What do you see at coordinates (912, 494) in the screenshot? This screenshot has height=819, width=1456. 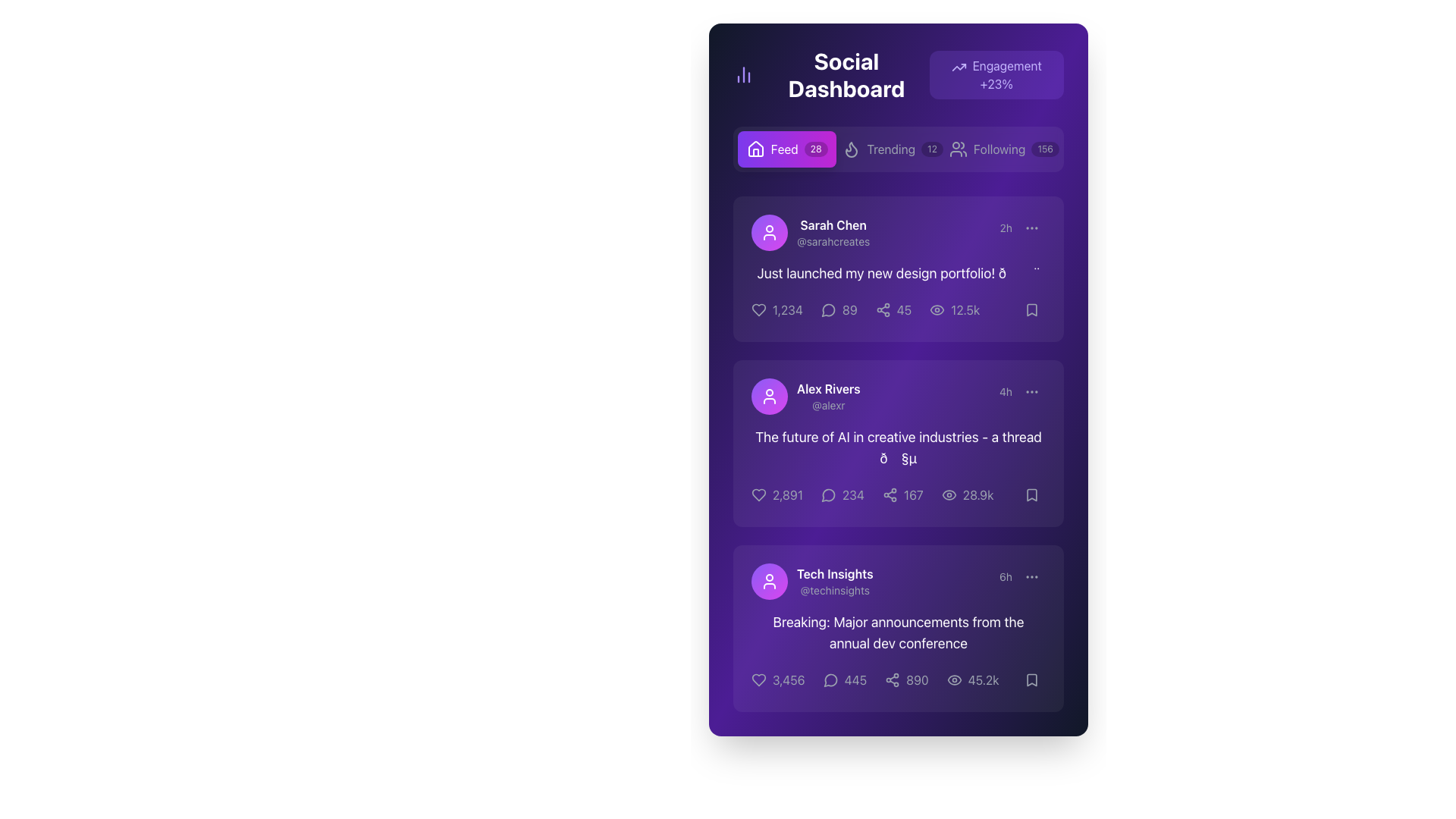 I see `the text label displaying '167', which represents the number of shares or interactions, located to the right of the share-like icon in the lower section of the second post` at bounding box center [912, 494].